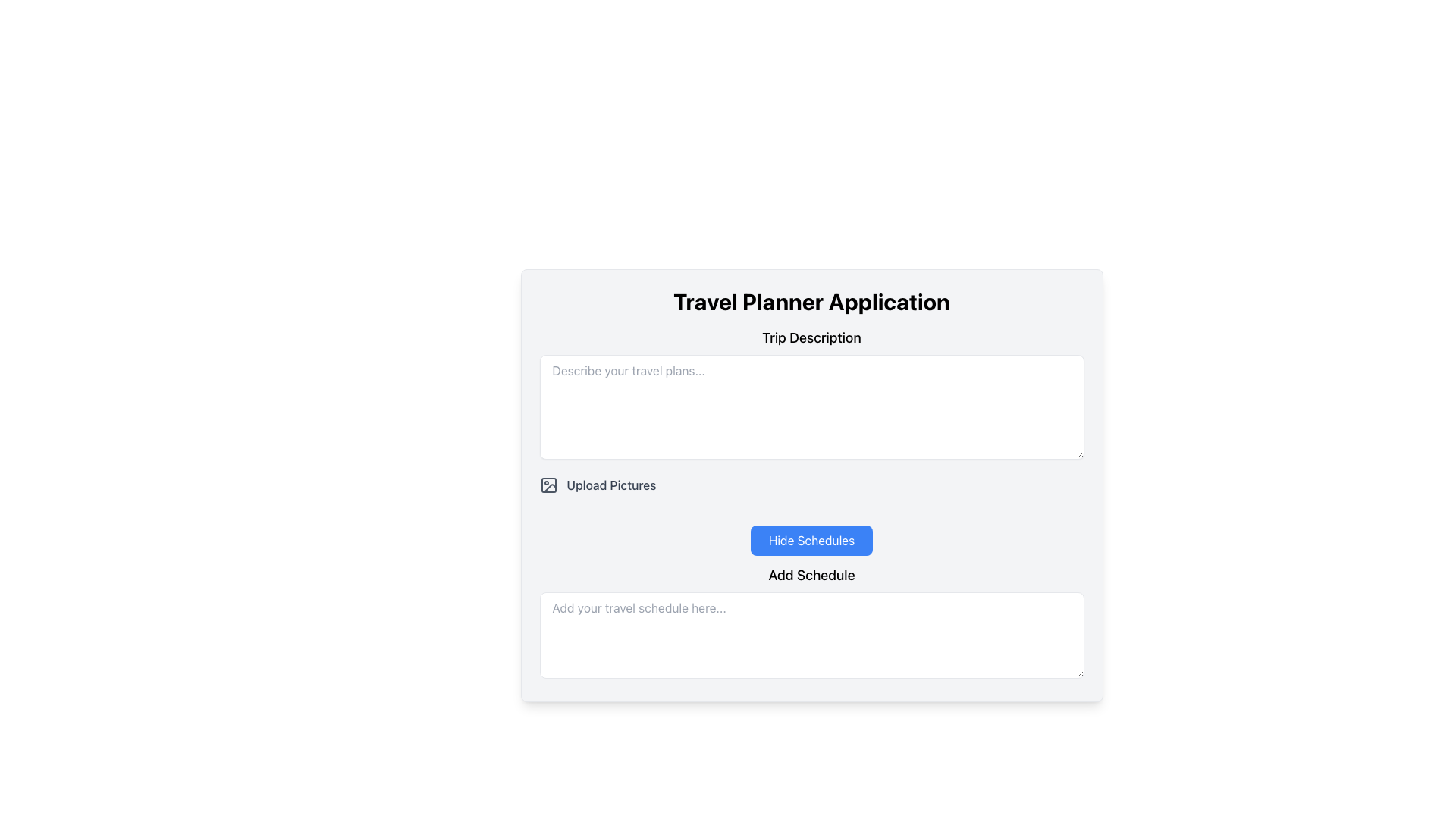  Describe the element at coordinates (548, 485) in the screenshot. I see `the graphical component outlined within an icon, which is located to the left of the 'Upload Pictures' text label` at that location.